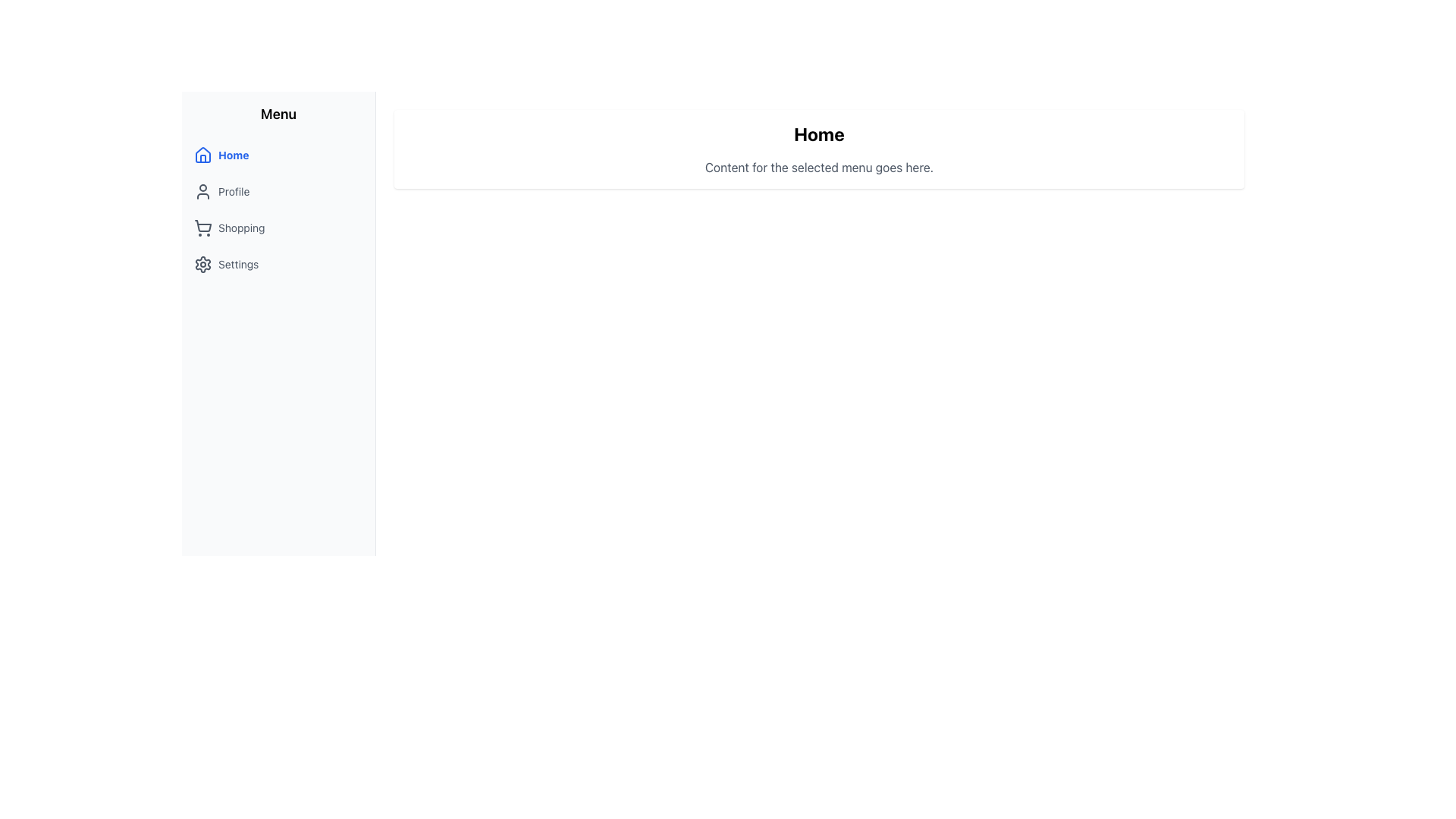 This screenshot has height=819, width=1456. Describe the element at coordinates (202, 227) in the screenshot. I see `the Shopping menu icon located in the sidebar menu, which serves as a visual indicator for navigation` at that location.